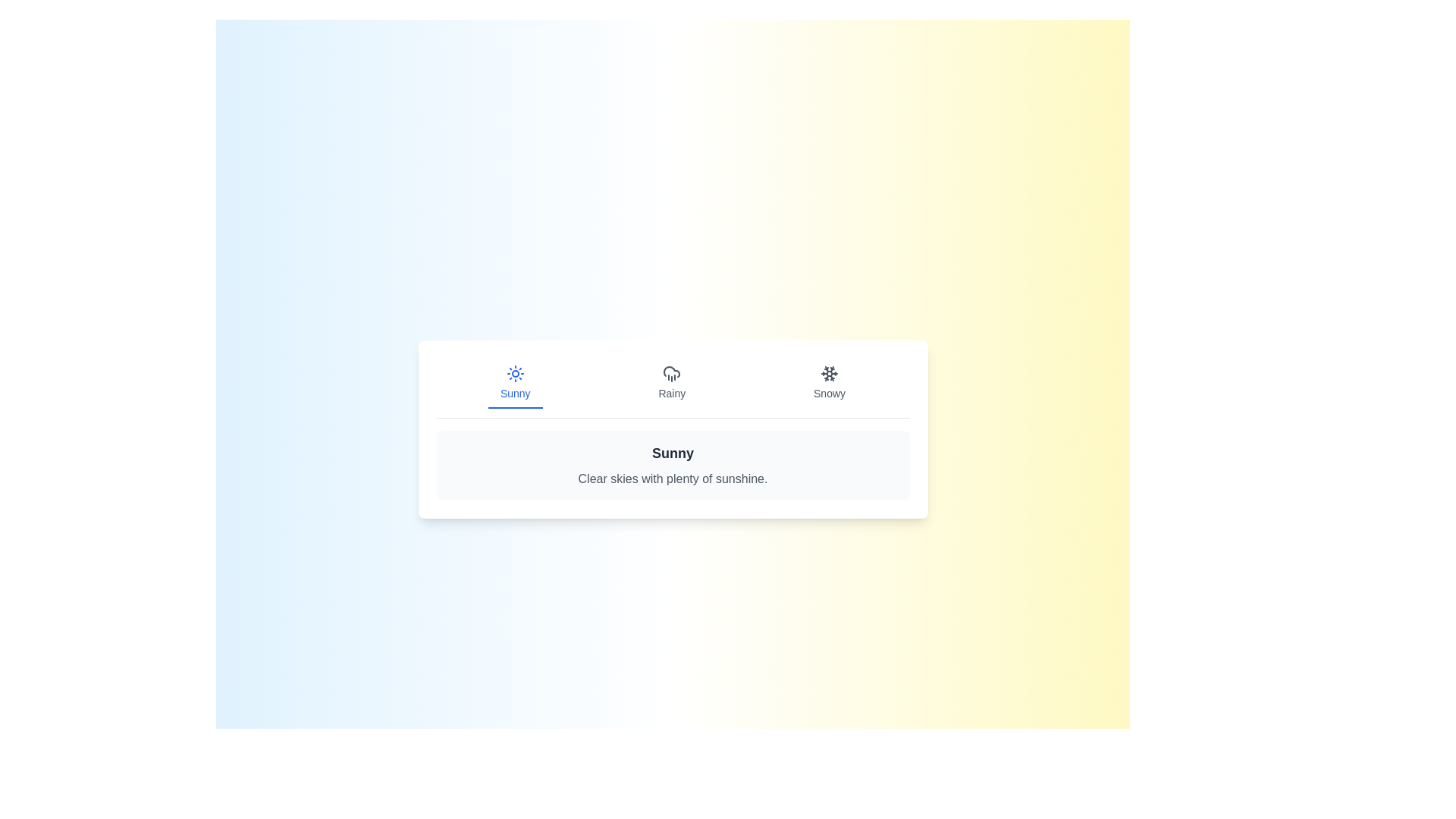  I want to click on the Sunny weather tab, so click(515, 382).